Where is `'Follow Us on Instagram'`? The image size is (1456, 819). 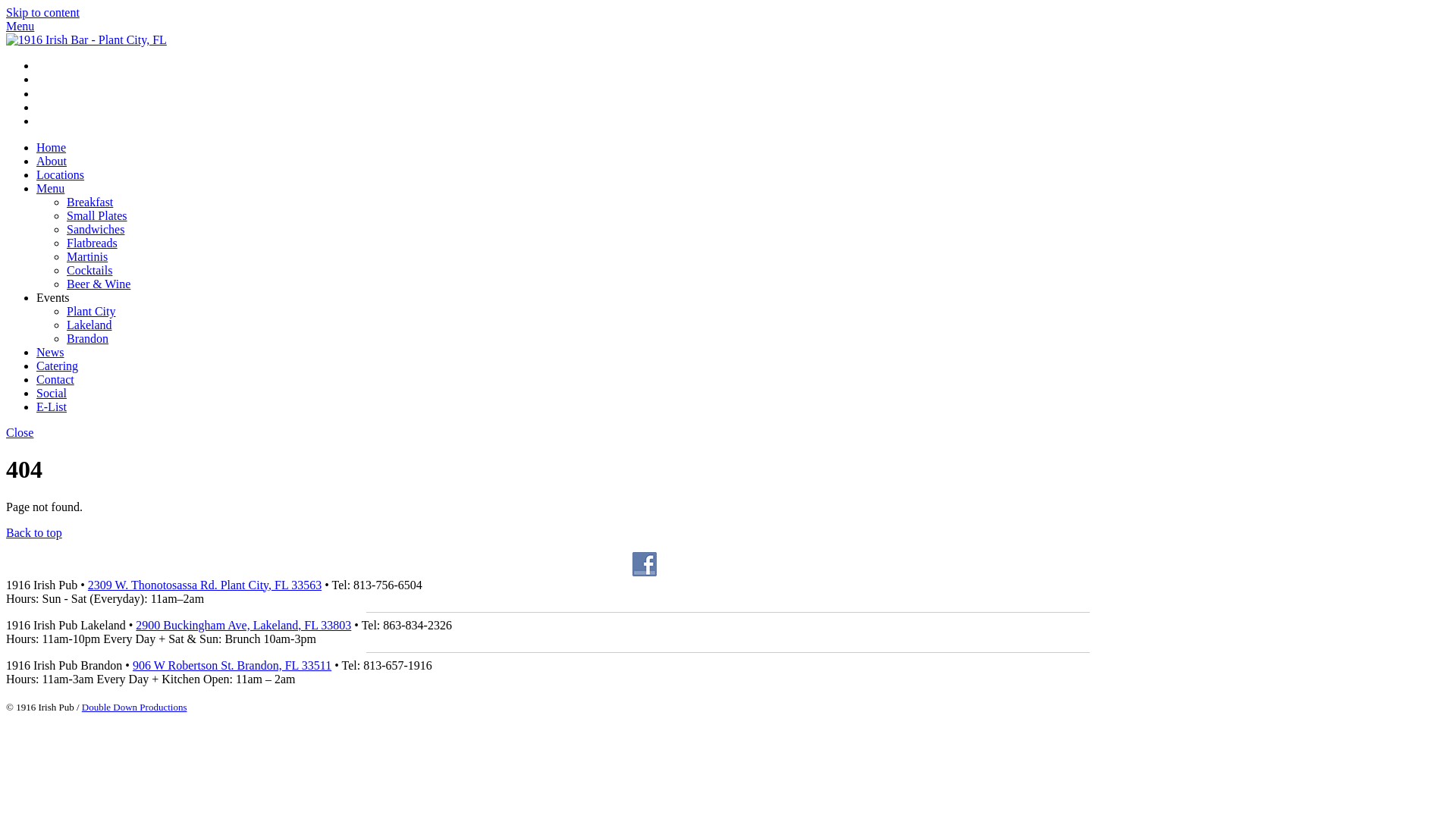
'Follow Us on Instagram' is located at coordinates (708, 564).